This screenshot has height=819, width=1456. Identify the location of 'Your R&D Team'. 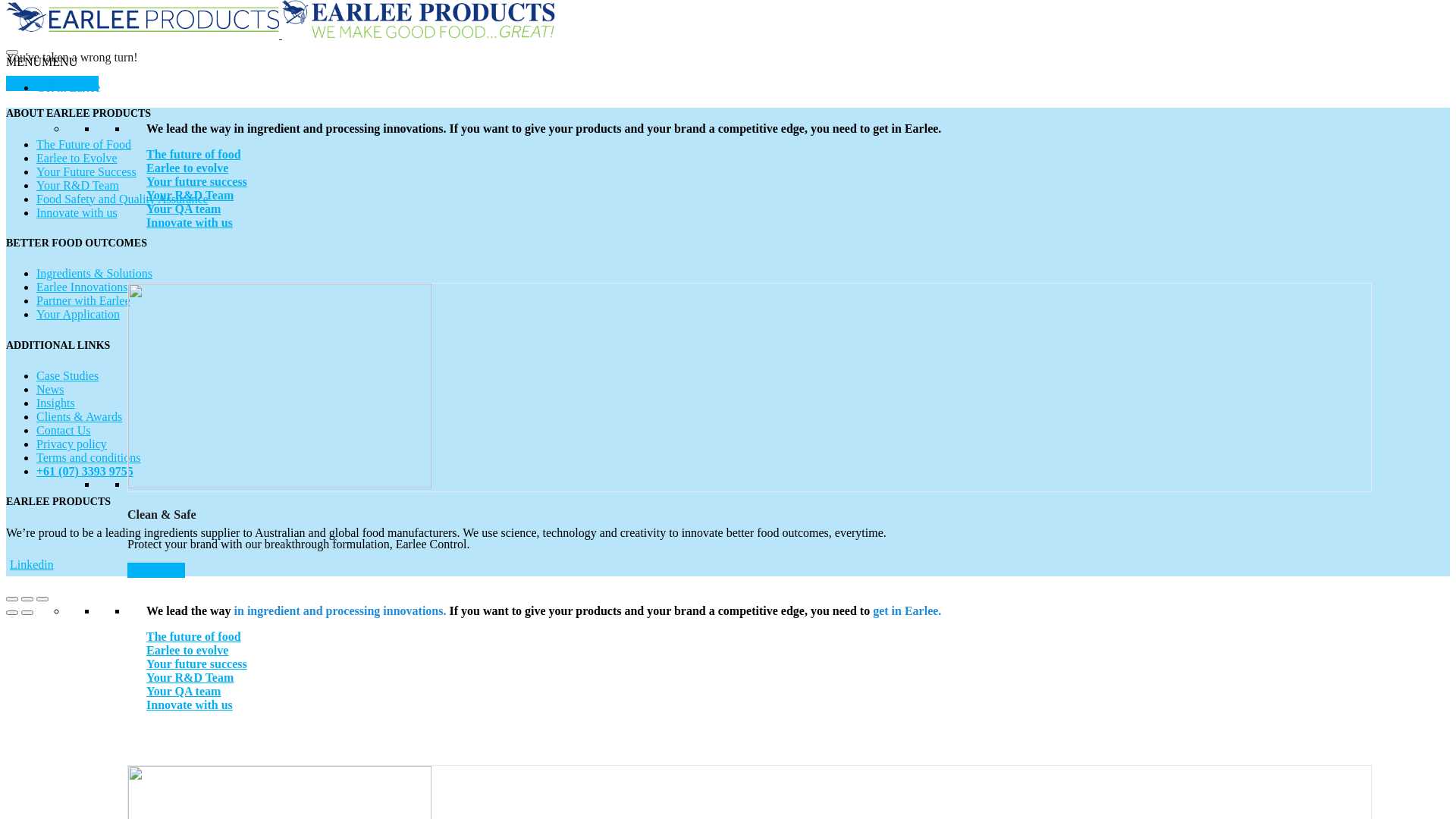
(146, 676).